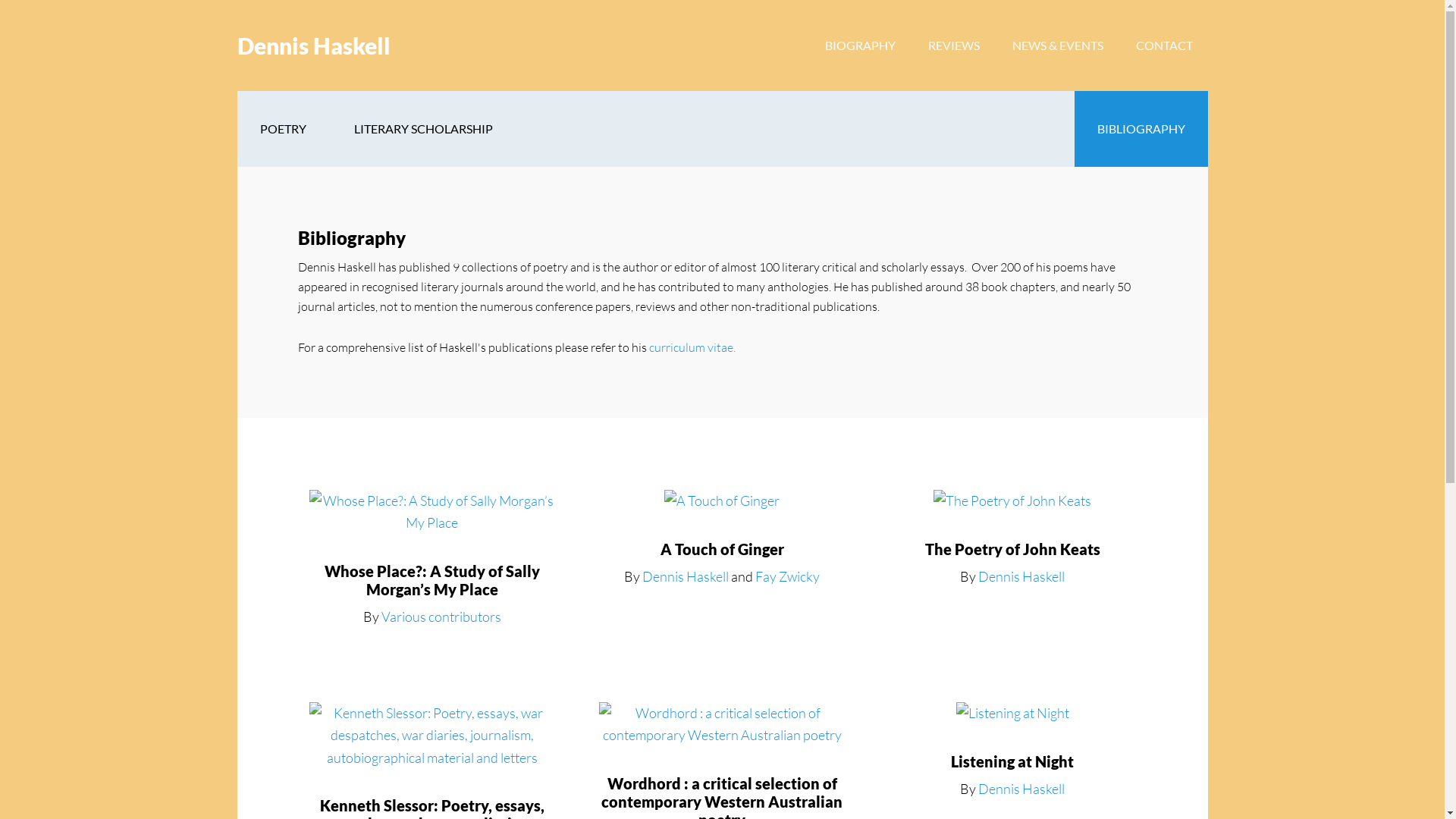 The width and height of the screenshot is (1456, 819). I want to click on 'Various contributors', so click(440, 617).